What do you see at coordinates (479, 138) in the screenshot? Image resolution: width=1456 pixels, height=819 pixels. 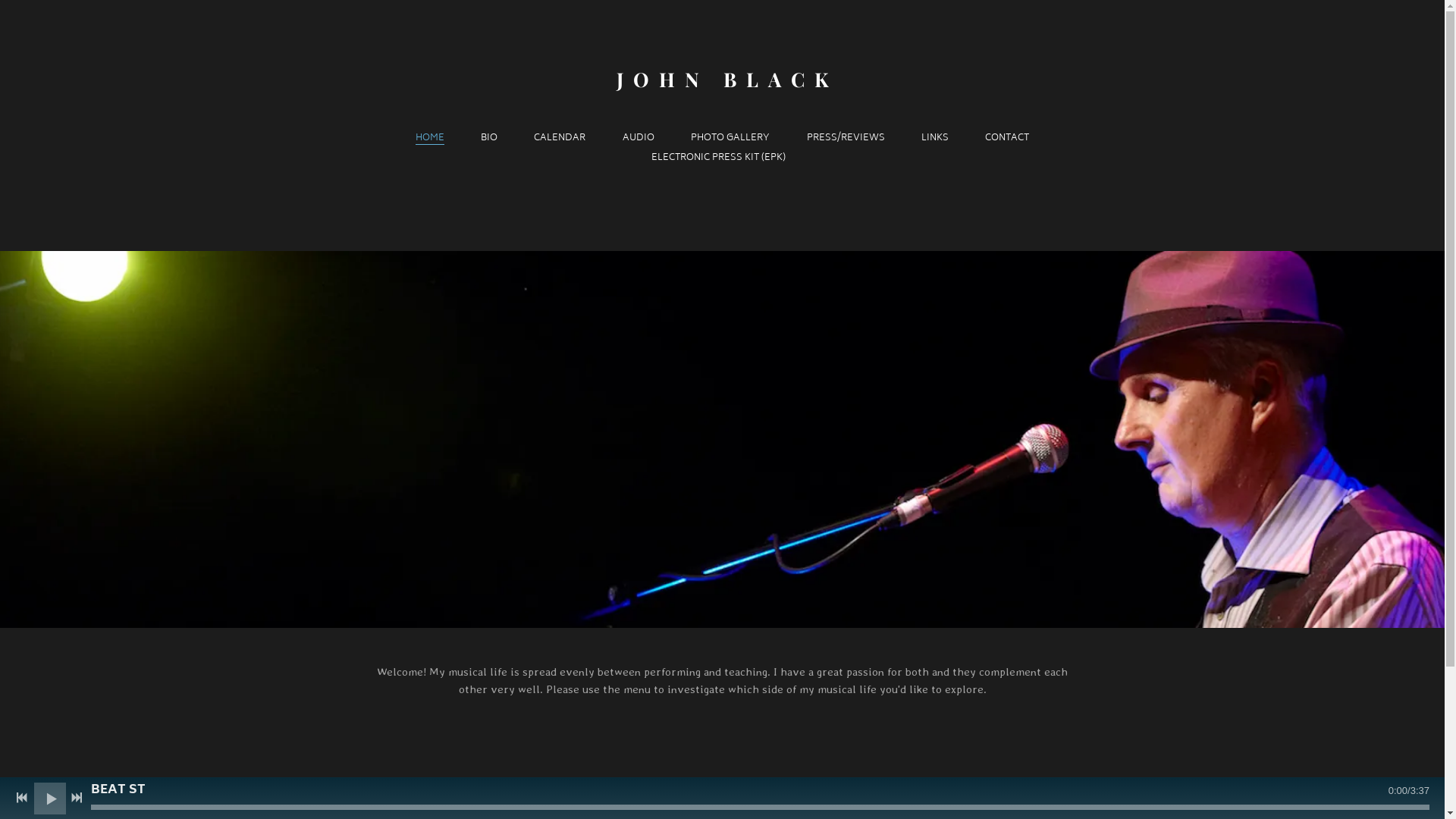 I see `'BIO'` at bounding box center [479, 138].